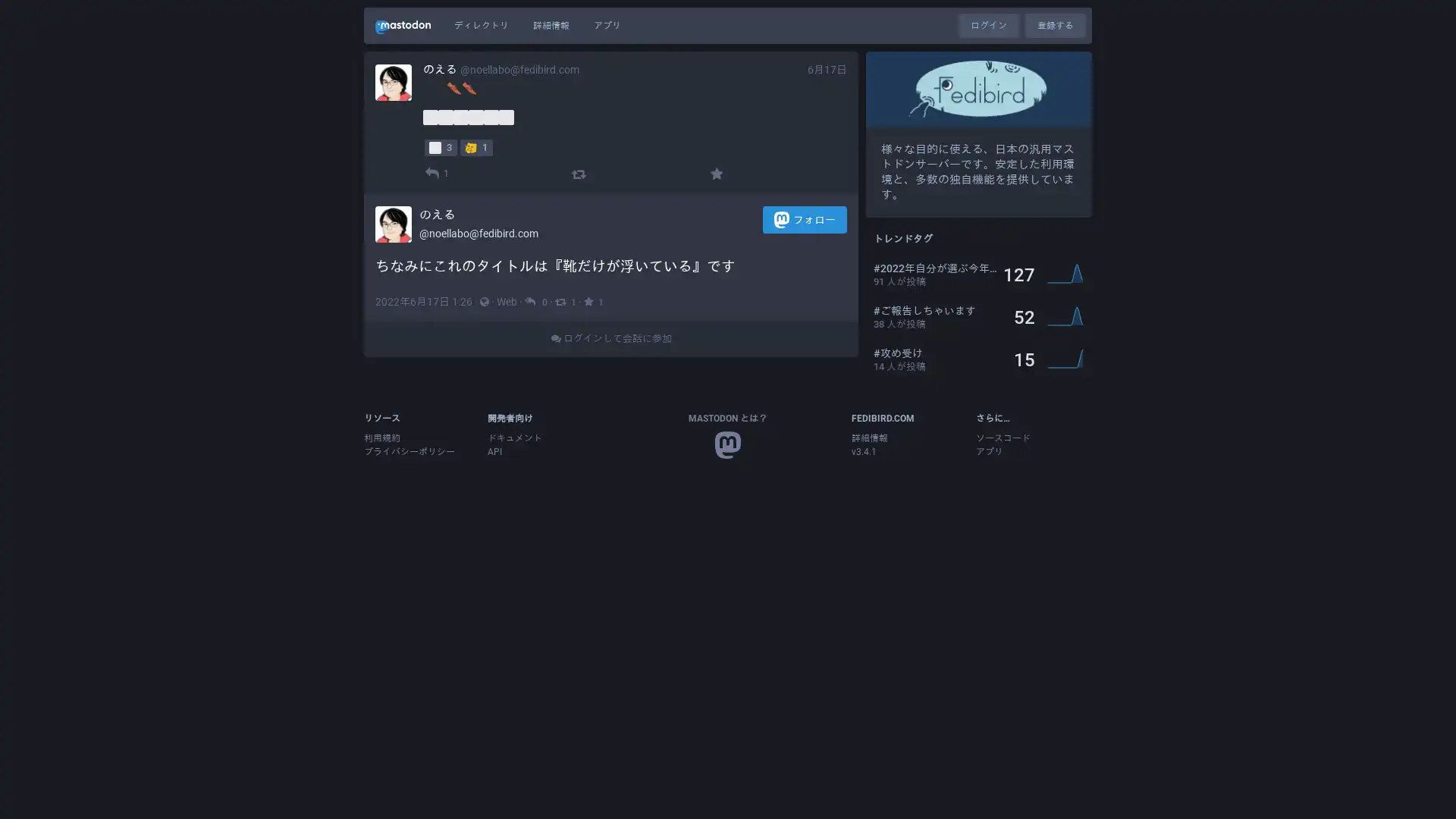 This screenshot has width=1456, height=819. I want to click on 3, so click(440, 146).